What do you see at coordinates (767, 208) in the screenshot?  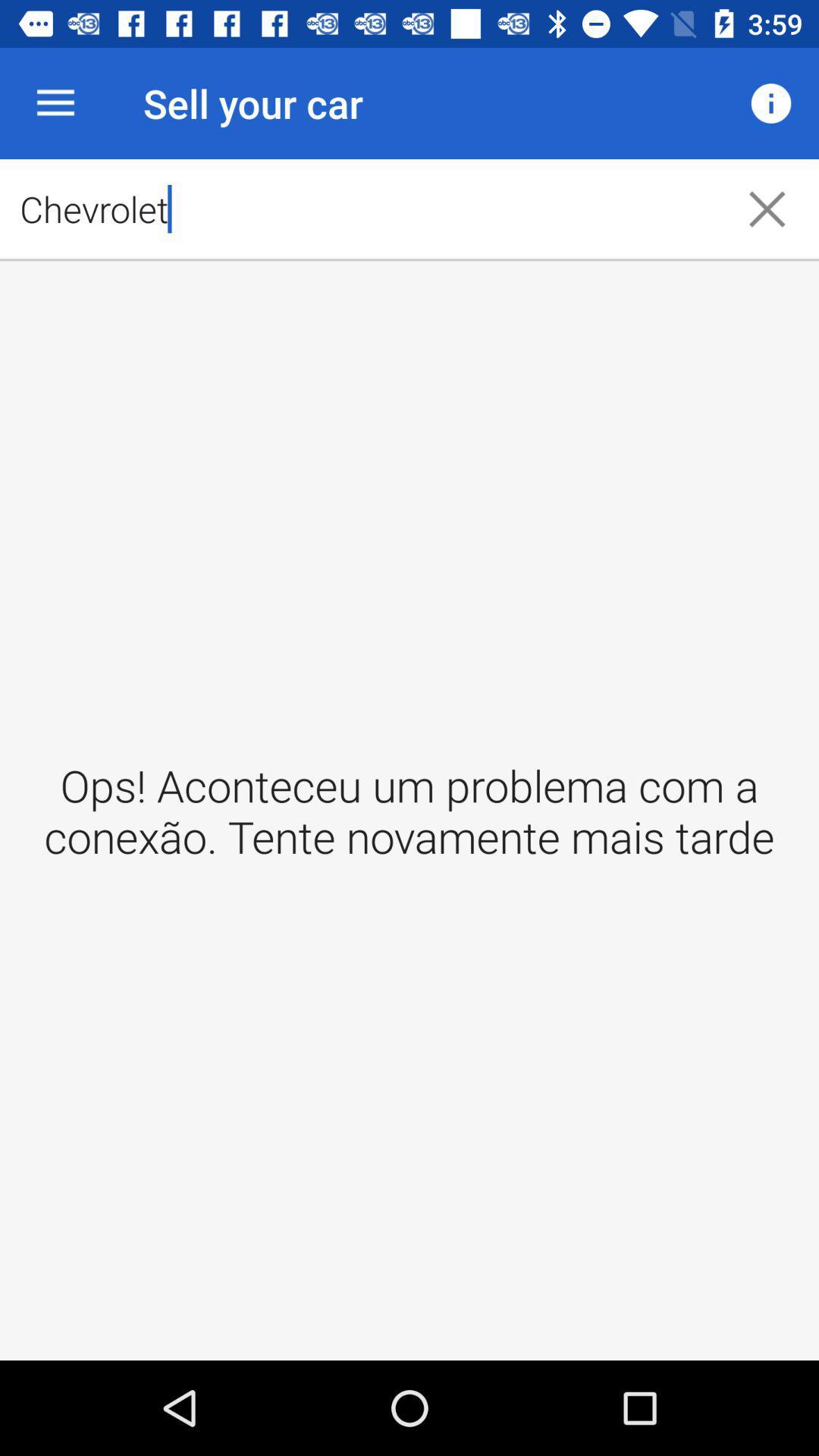 I see `icon next to the chevrolet` at bounding box center [767, 208].